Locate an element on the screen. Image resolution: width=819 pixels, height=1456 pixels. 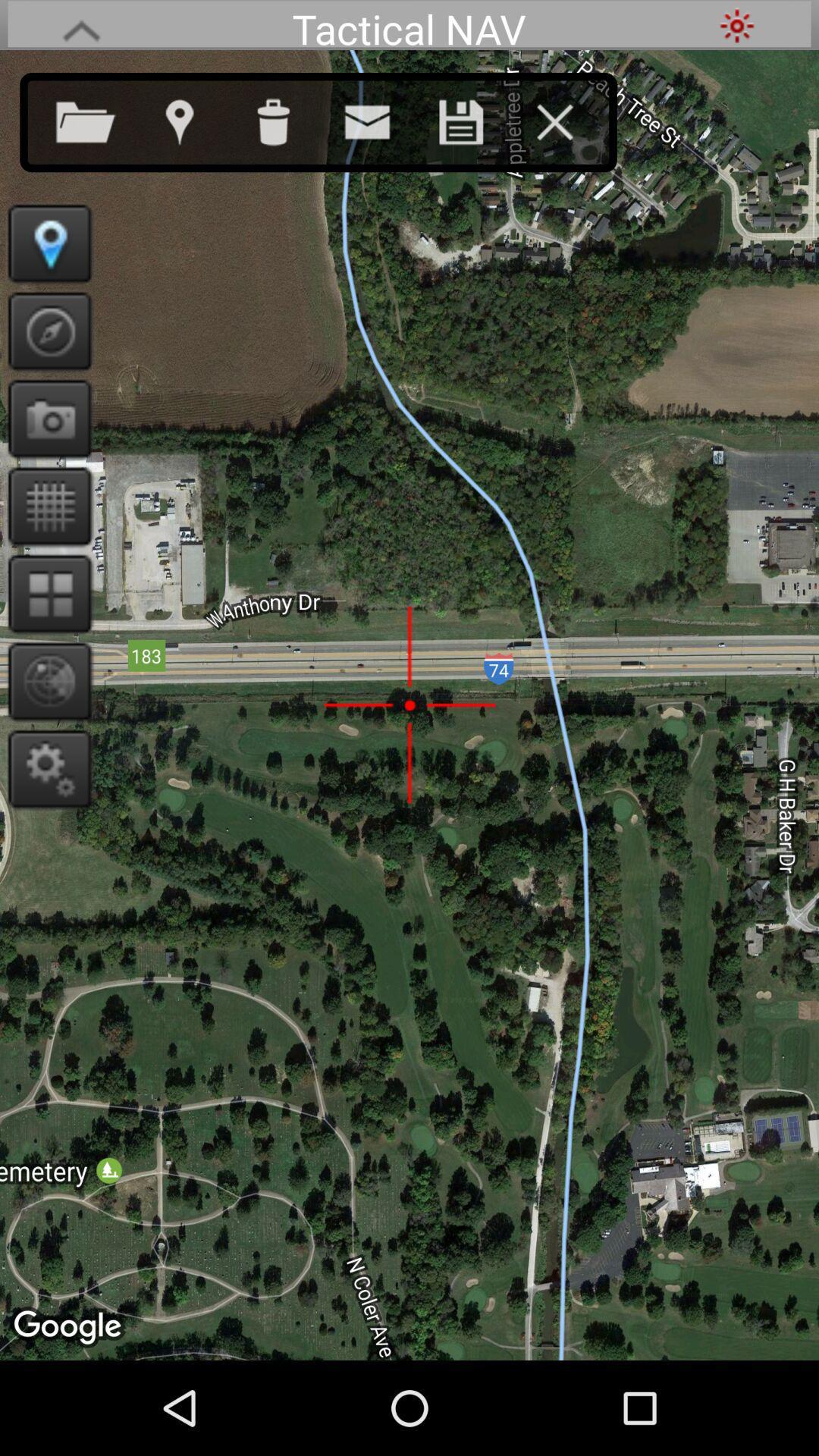
it points the departure location is located at coordinates (736, 25).